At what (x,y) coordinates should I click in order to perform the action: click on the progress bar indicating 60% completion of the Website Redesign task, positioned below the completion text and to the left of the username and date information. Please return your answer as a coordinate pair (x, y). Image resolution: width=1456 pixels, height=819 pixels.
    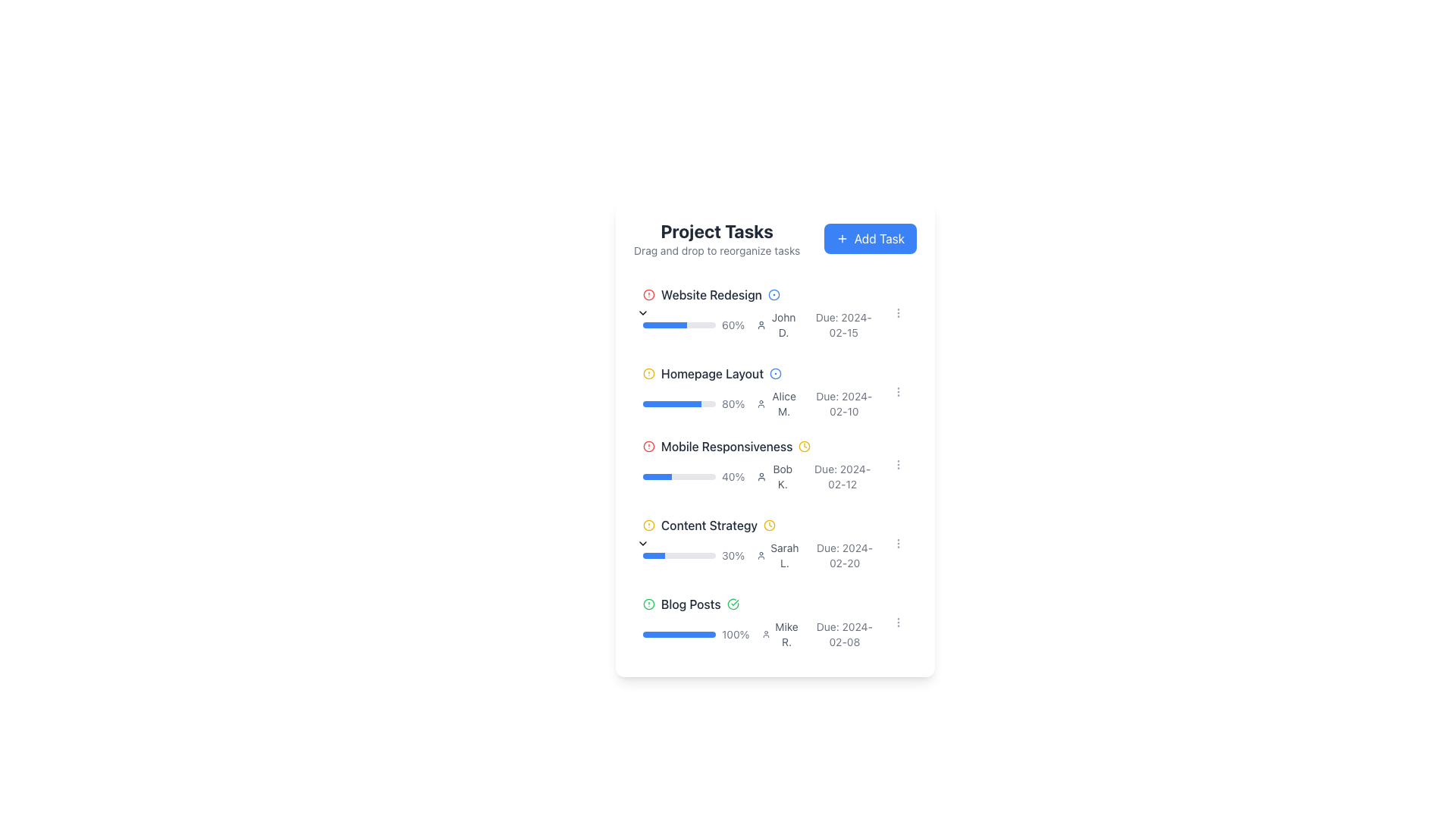
    Looking at the image, I should click on (679, 324).